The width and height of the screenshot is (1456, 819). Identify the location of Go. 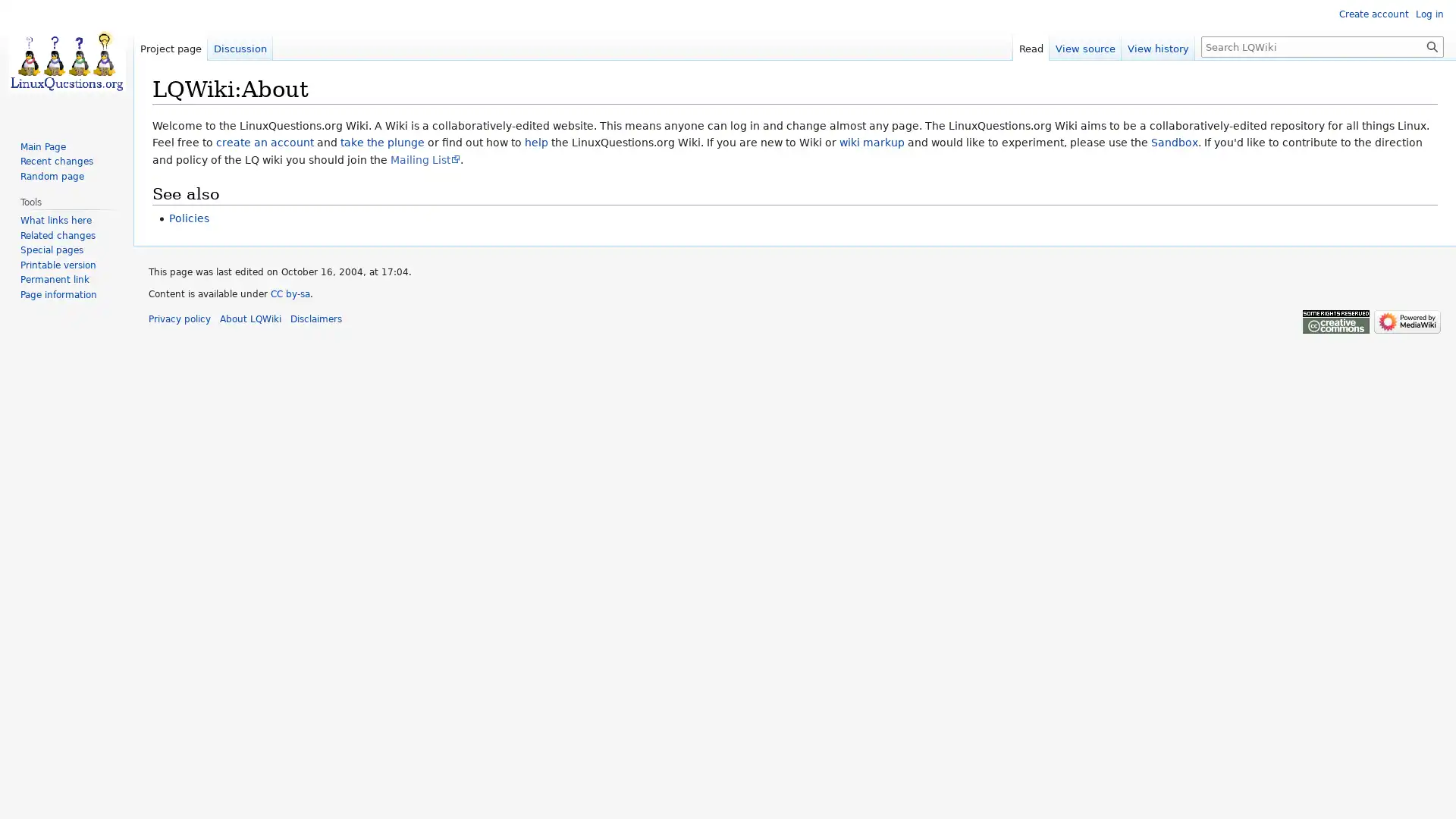
(1432, 45).